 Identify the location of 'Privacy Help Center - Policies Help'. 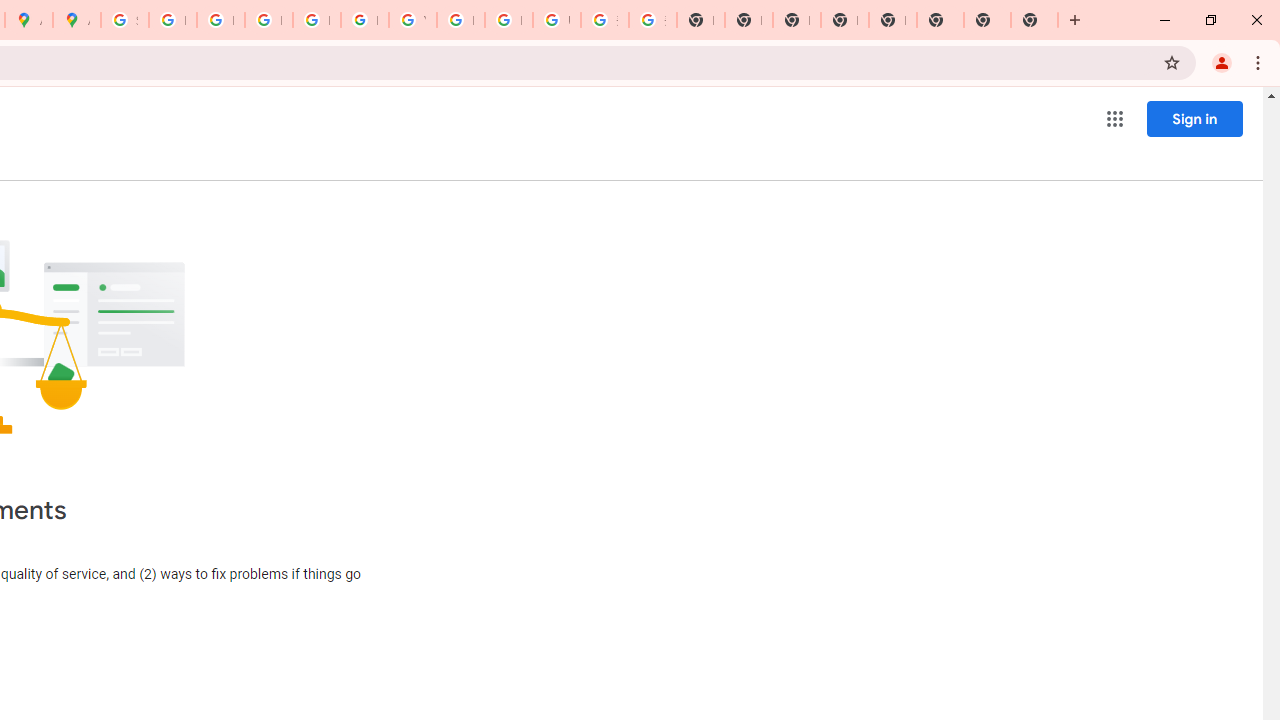
(267, 20).